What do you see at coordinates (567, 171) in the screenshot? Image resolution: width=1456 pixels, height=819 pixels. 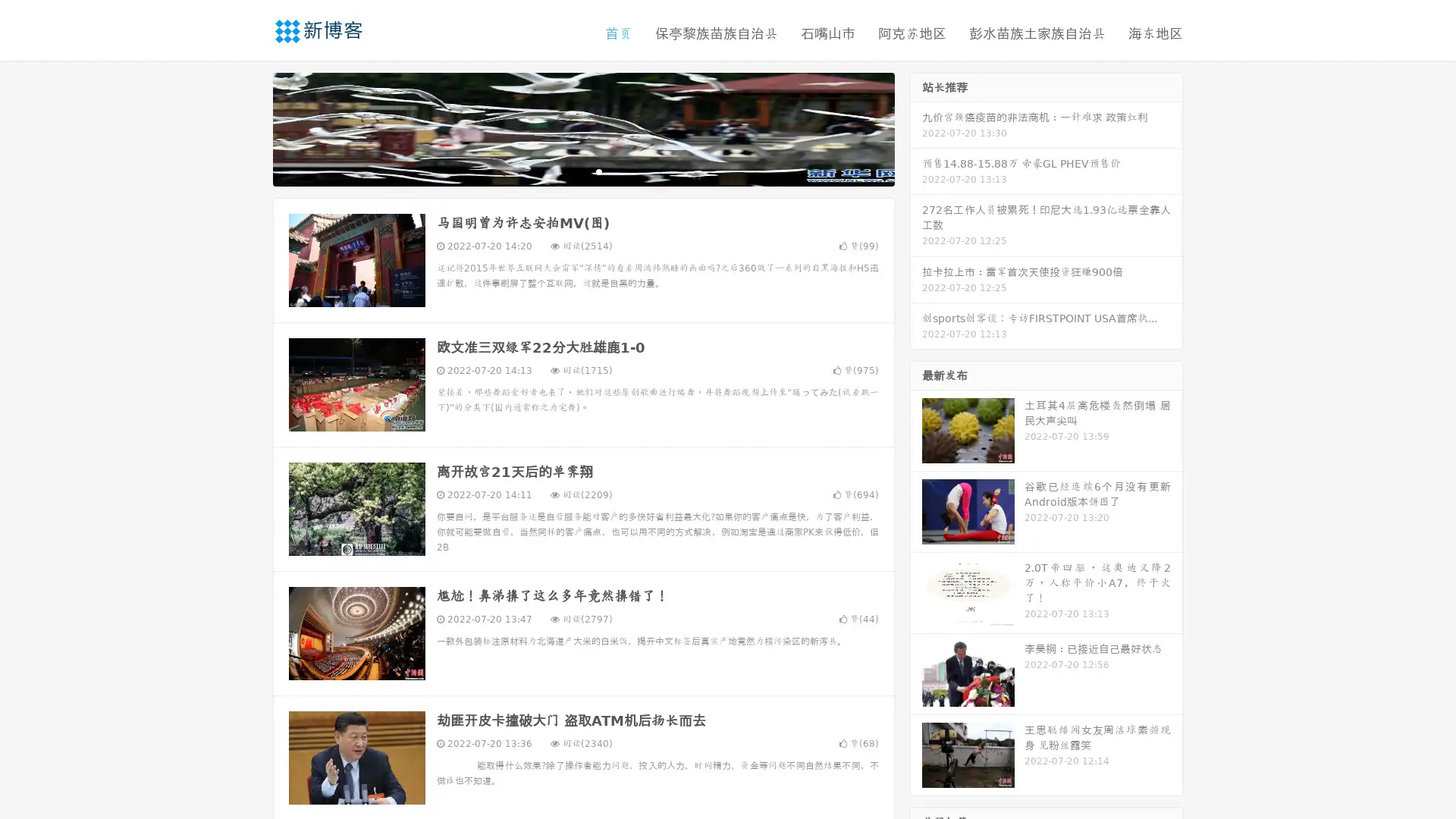 I see `Go to slide 1` at bounding box center [567, 171].